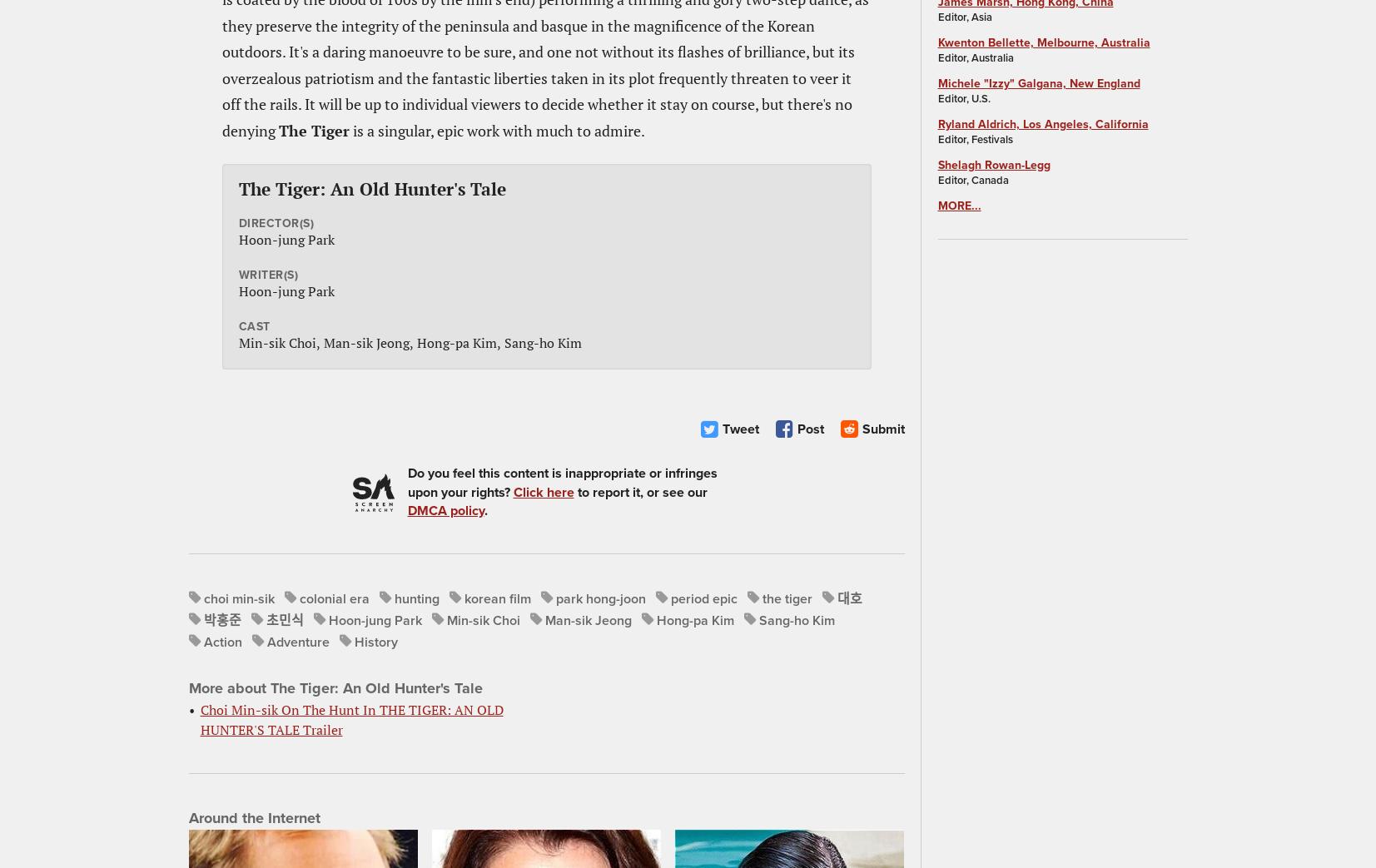 The width and height of the screenshot is (1376, 868). I want to click on 'Do you feel this content is inappropriate or infringes upon your rights?', so click(560, 483).